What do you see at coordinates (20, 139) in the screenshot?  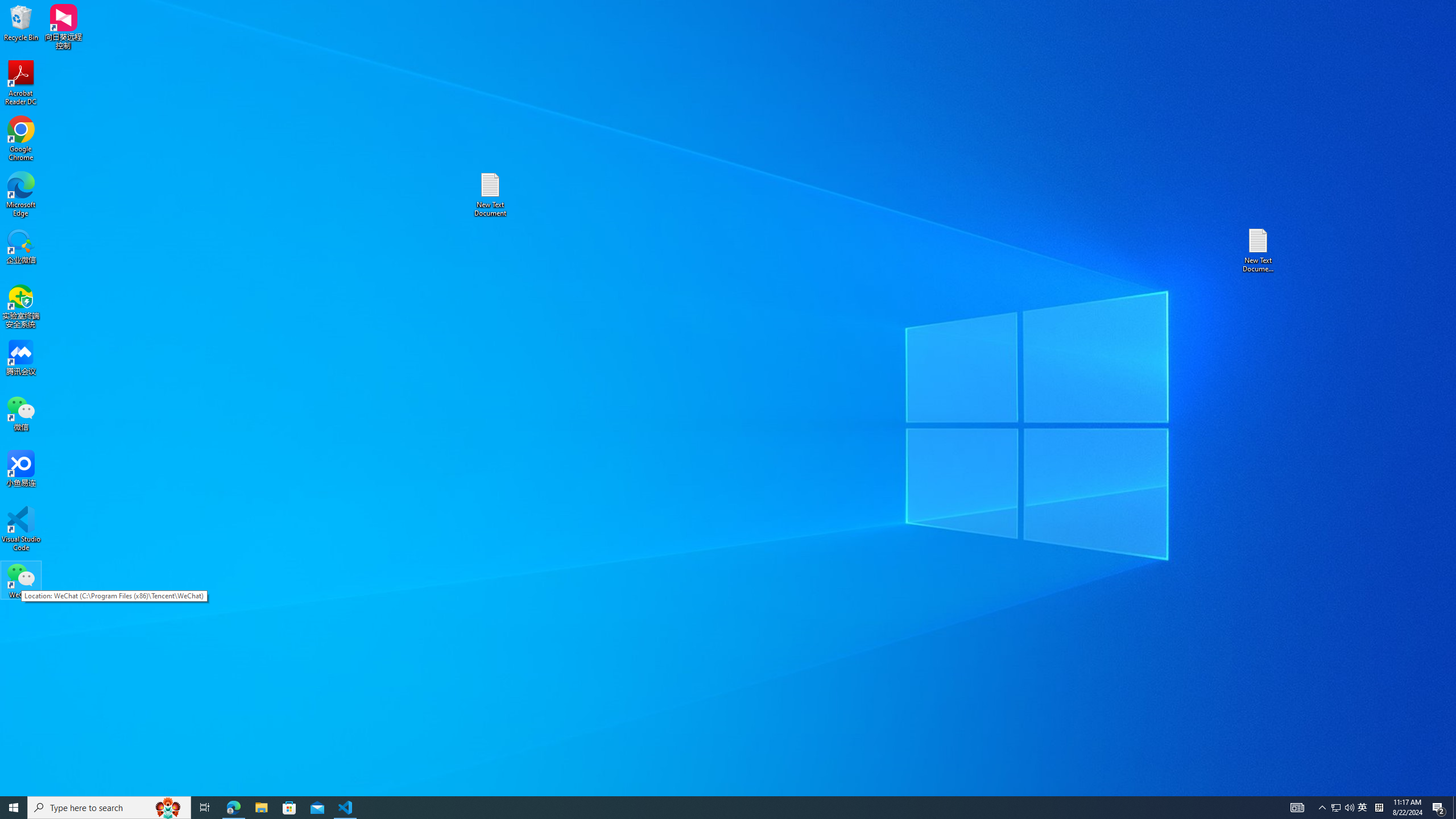 I see `'Google Chrome'` at bounding box center [20, 139].